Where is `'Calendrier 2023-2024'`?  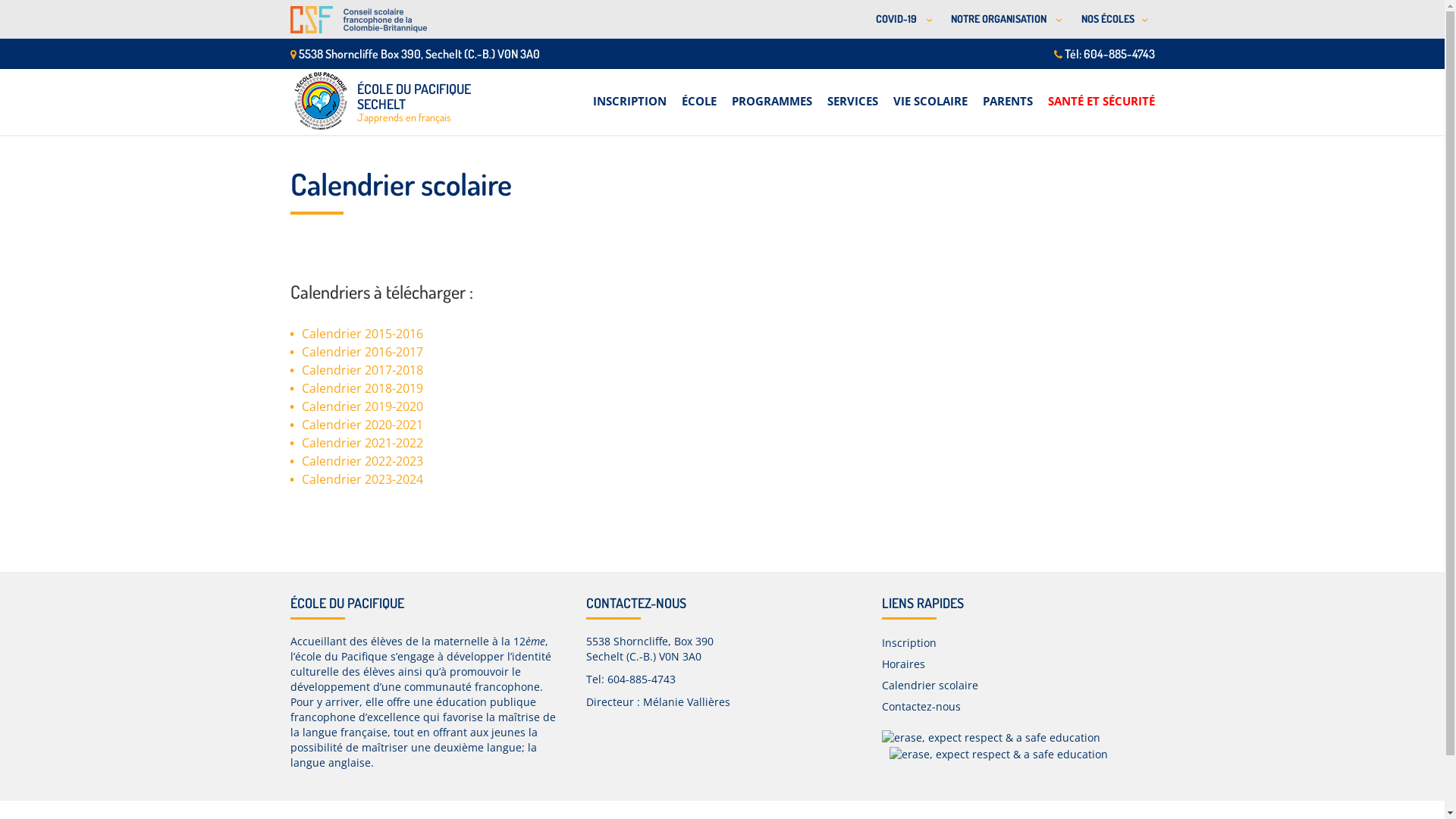 'Calendrier 2023-2024' is located at coordinates (302, 479).